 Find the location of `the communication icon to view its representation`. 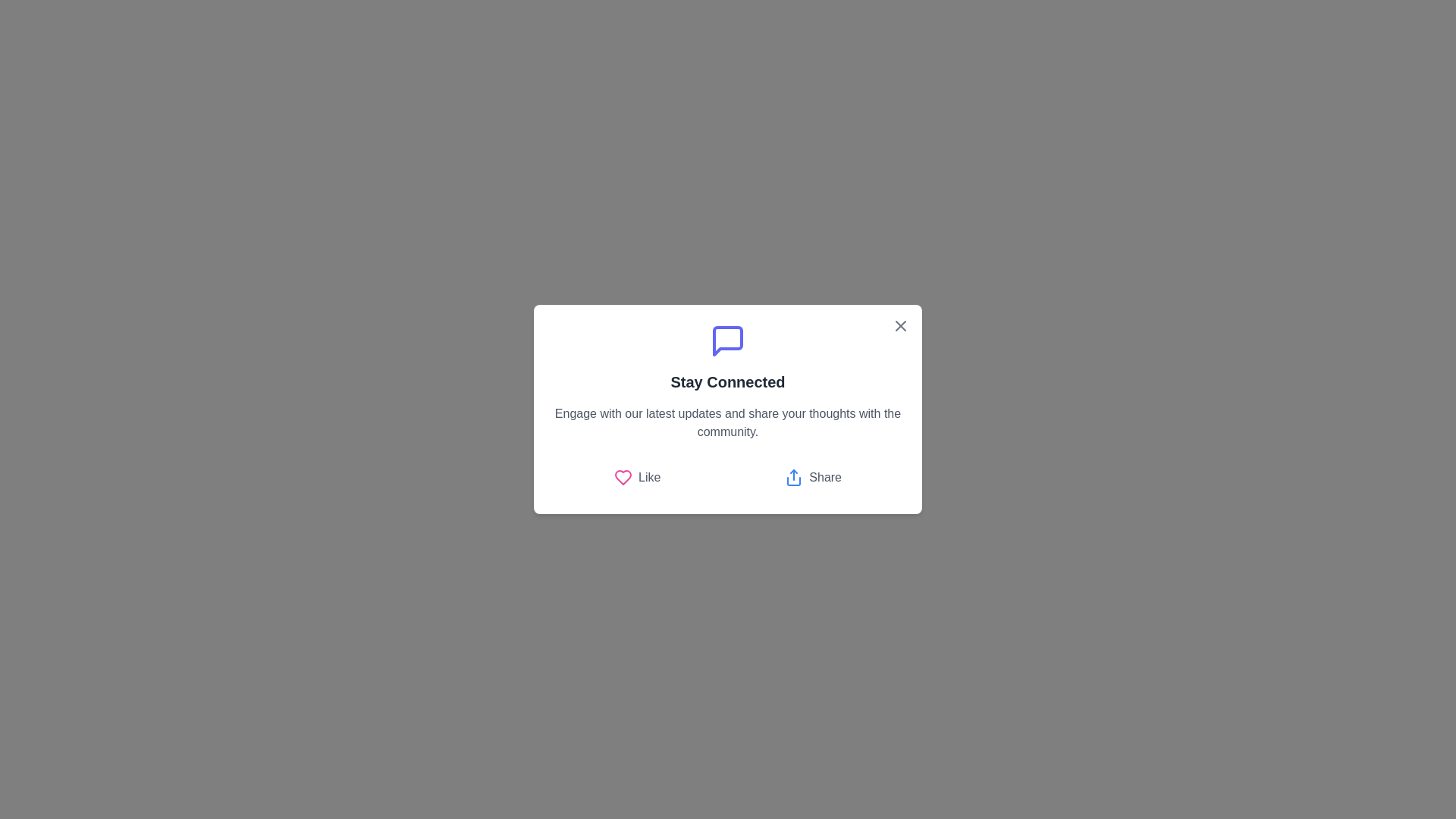

the communication icon to view its representation is located at coordinates (728, 341).